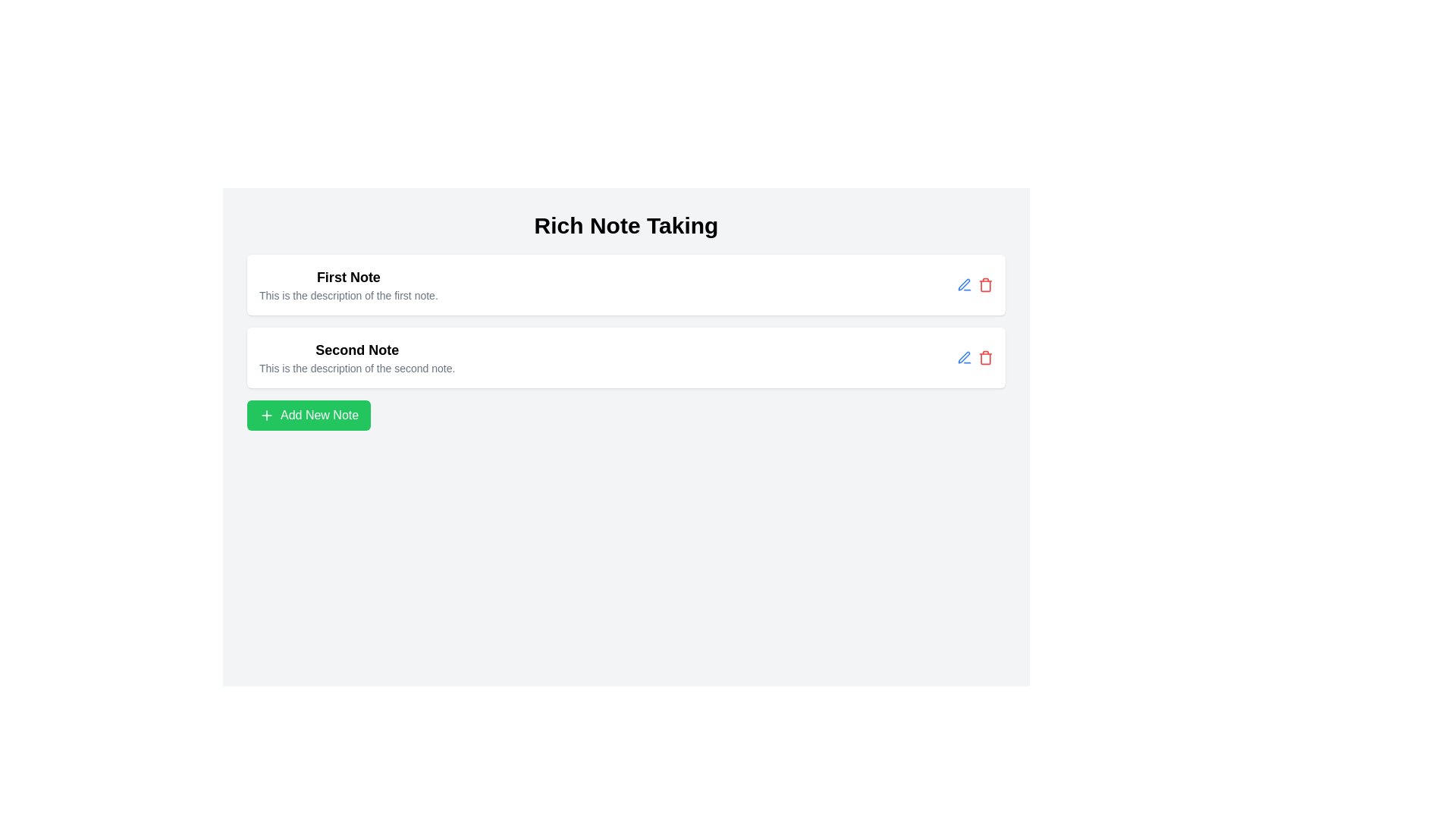 The width and height of the screenshot is (1456, 819). What do you see at coordinates (975, 284) in the screenshot?
I see `the group of action buttons (edit and delete icons) located in the rightmost section of the 'First Note' card` at bounding box center [975, 284].